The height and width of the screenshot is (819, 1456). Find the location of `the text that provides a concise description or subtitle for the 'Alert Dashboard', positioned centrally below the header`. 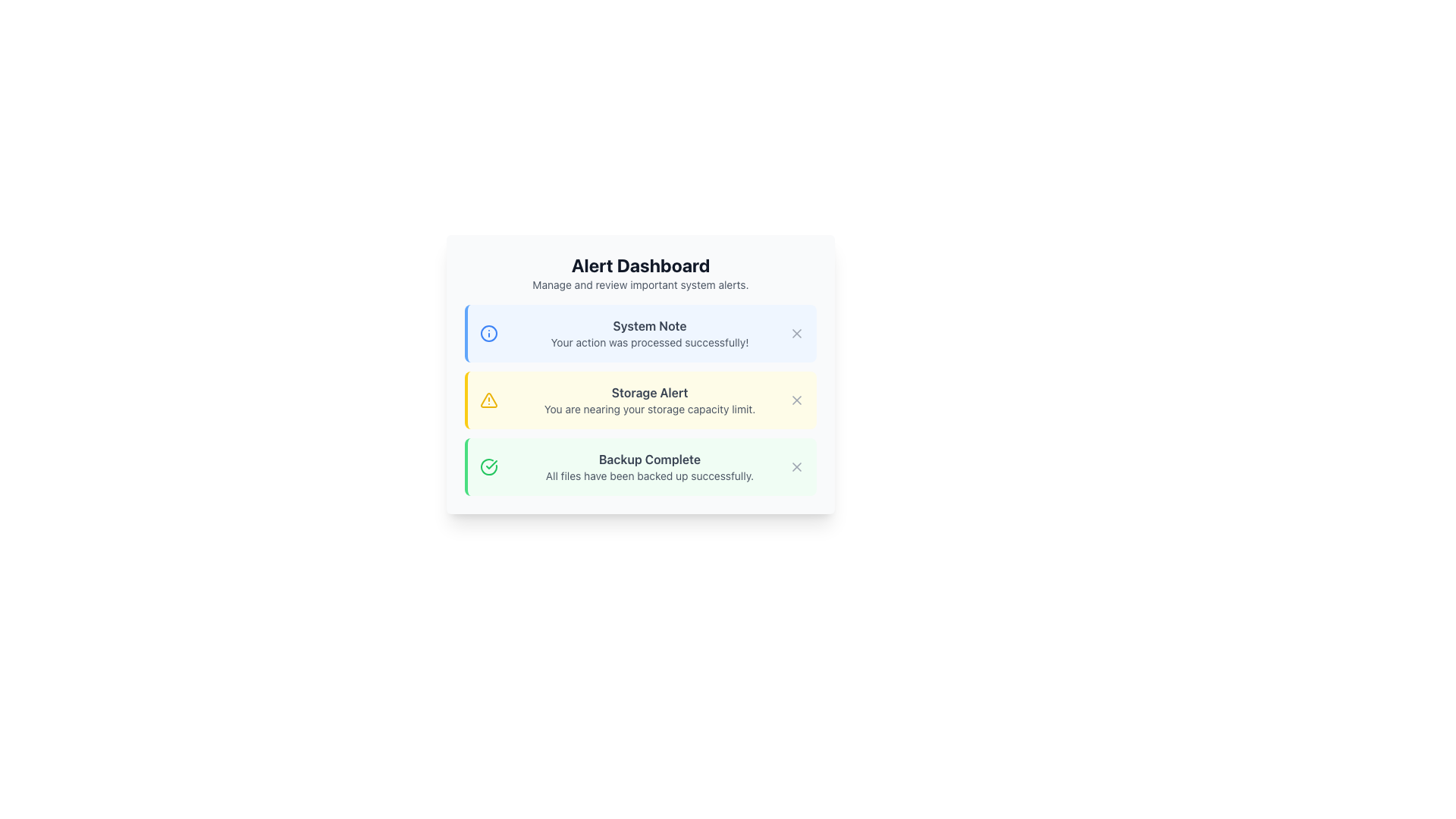

the text that provides a concise description or subtitle for the 'Alert Dashboard', positioned centrally below the header is located at coordinates (640, 284).